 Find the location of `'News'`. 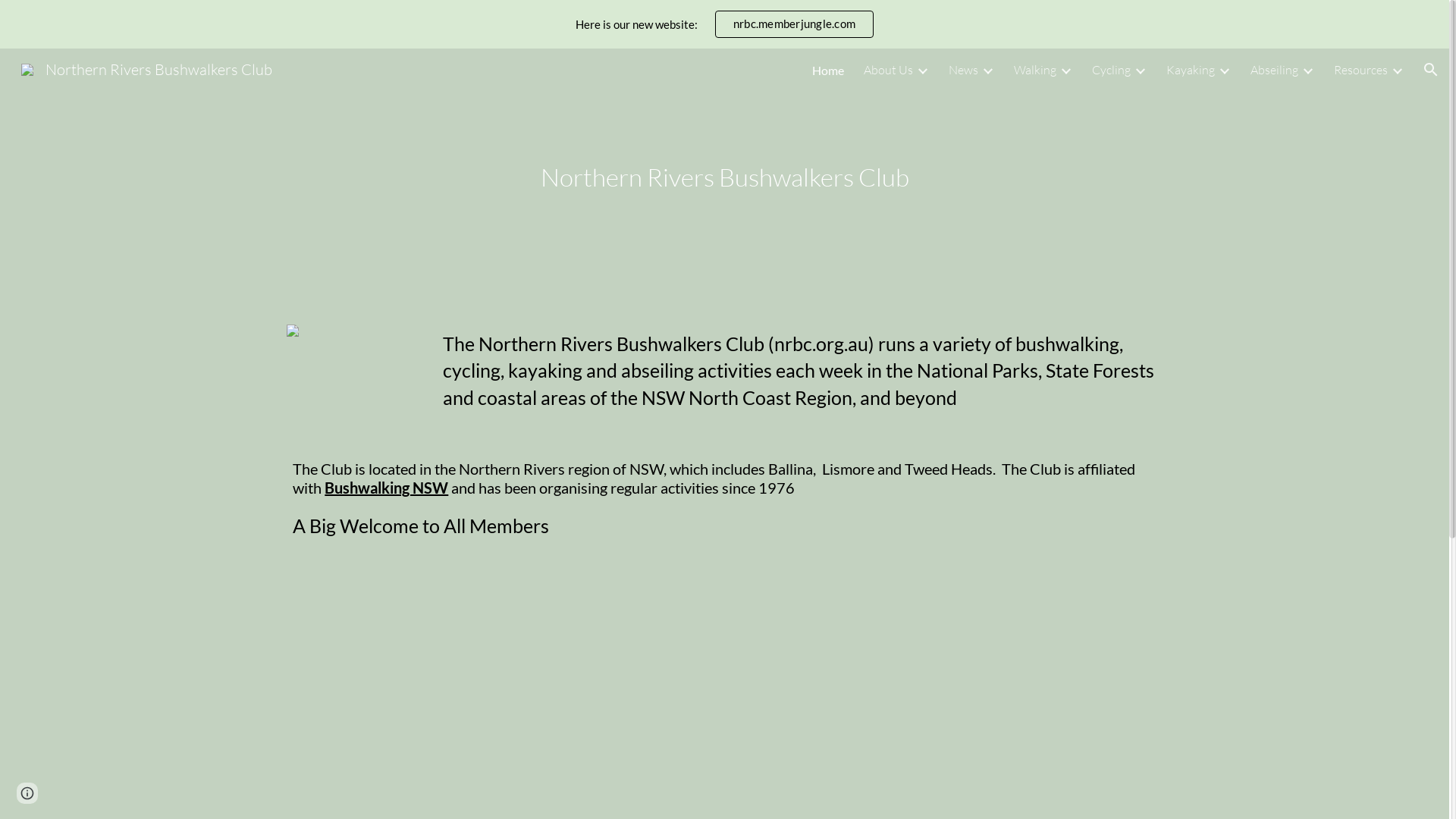

'News' is located at coordinates (962, 70).